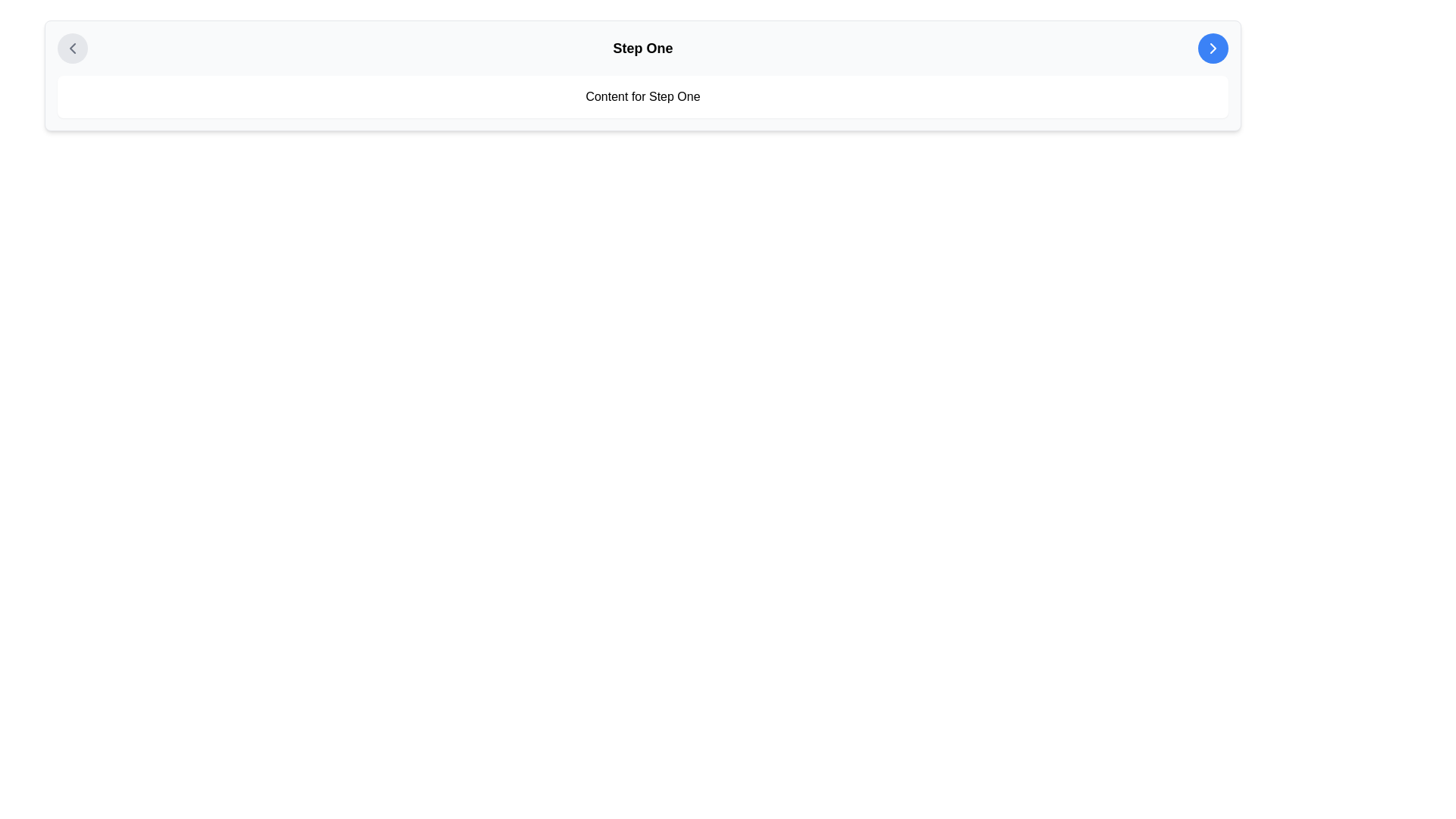 The width and height of the screenshot is (1456, 819). I want to click on the blue circular button in the top-right corner of the 'Step One' section, so click(1212, 48).